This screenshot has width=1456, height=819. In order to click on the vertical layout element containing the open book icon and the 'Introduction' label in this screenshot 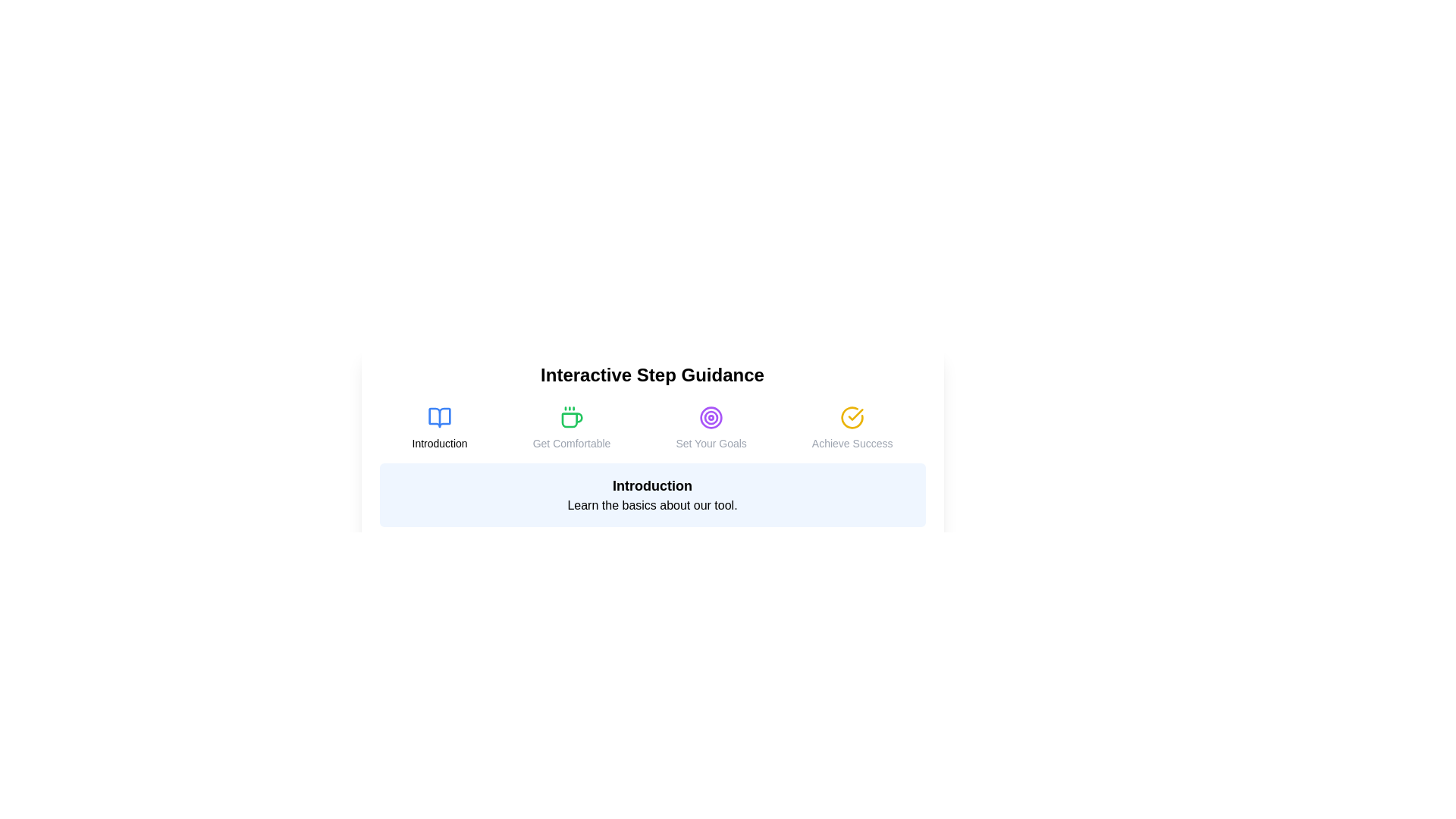, I will do `click(439, 428)`.